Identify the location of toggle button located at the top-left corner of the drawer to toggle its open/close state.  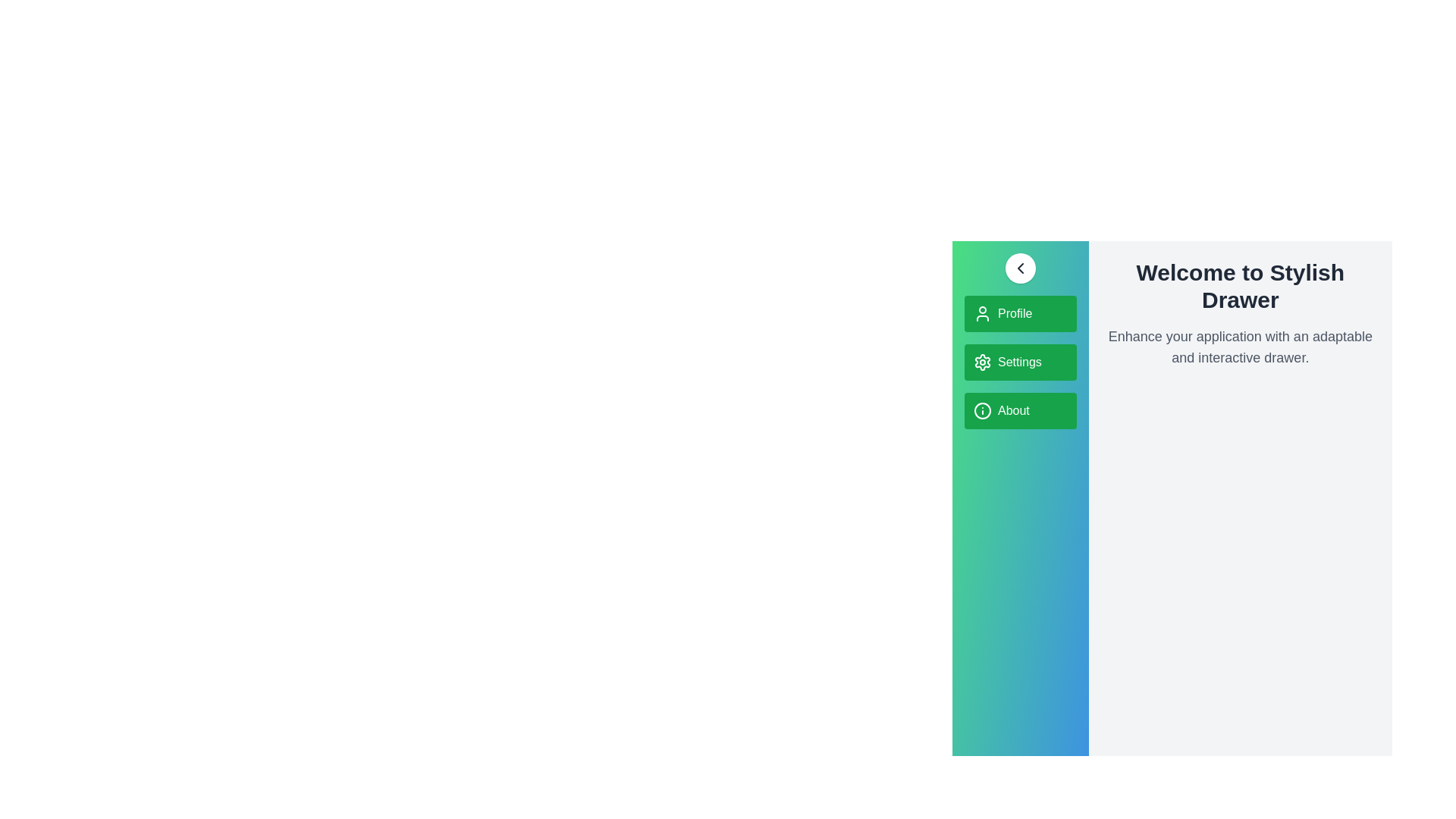
(1019, 268).